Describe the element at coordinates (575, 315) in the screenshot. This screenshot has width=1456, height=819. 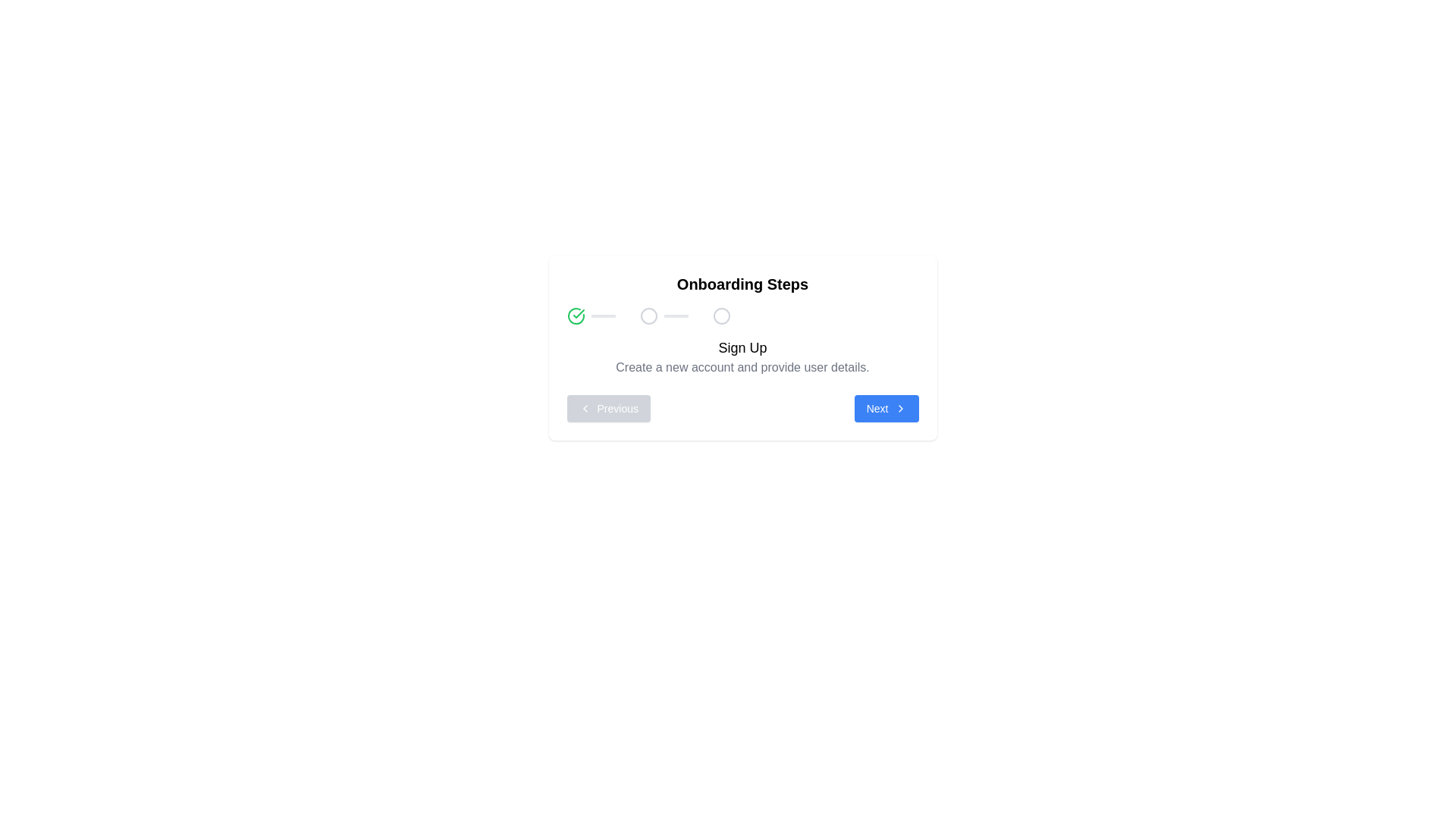
I see `the circular icon with a green outline and a checkmark inside, indicating the completion of the first step in the onboarding progress tracker` at that location.